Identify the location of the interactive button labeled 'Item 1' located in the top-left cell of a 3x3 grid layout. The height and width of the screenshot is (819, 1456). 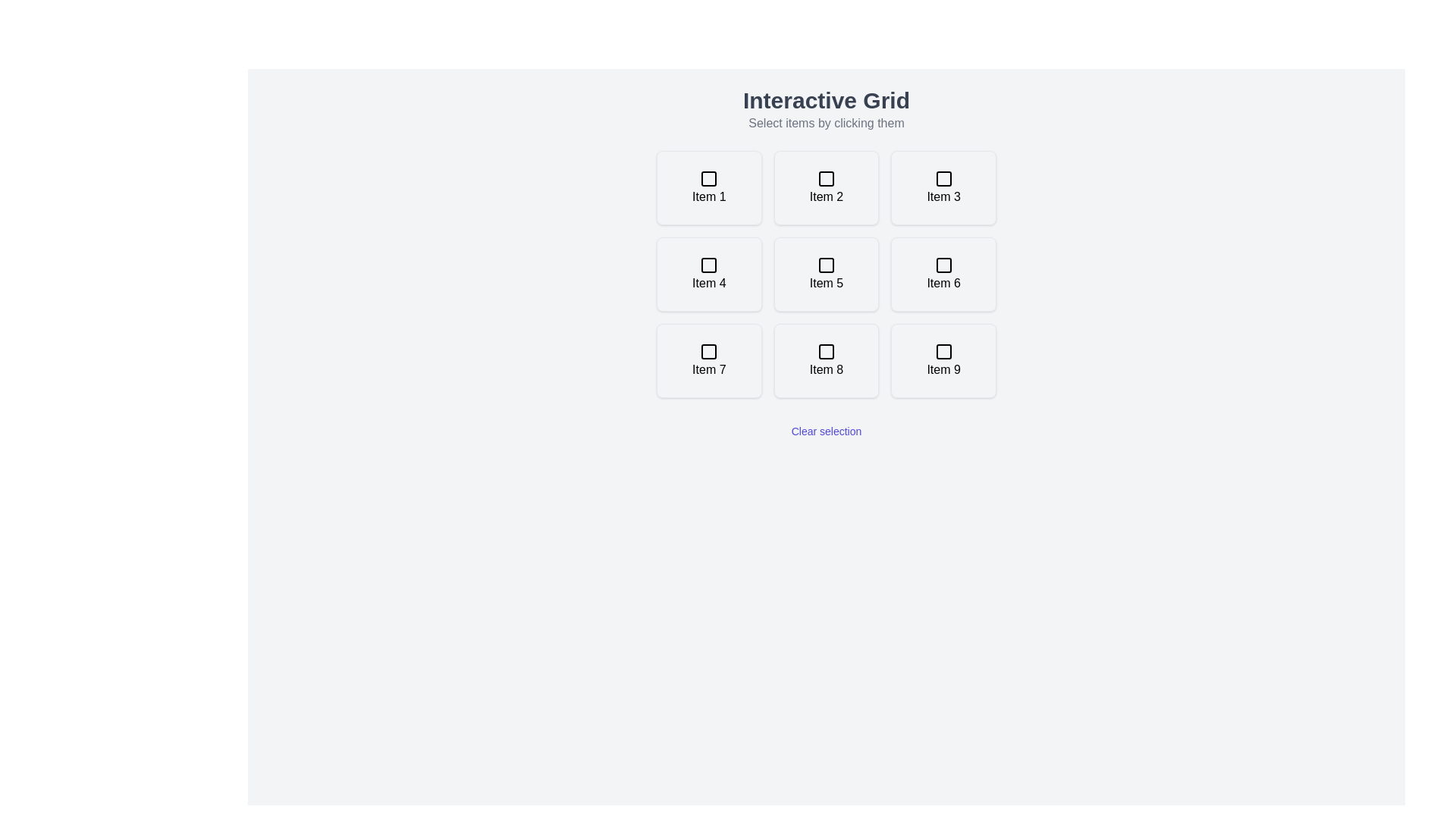
(708, 187).